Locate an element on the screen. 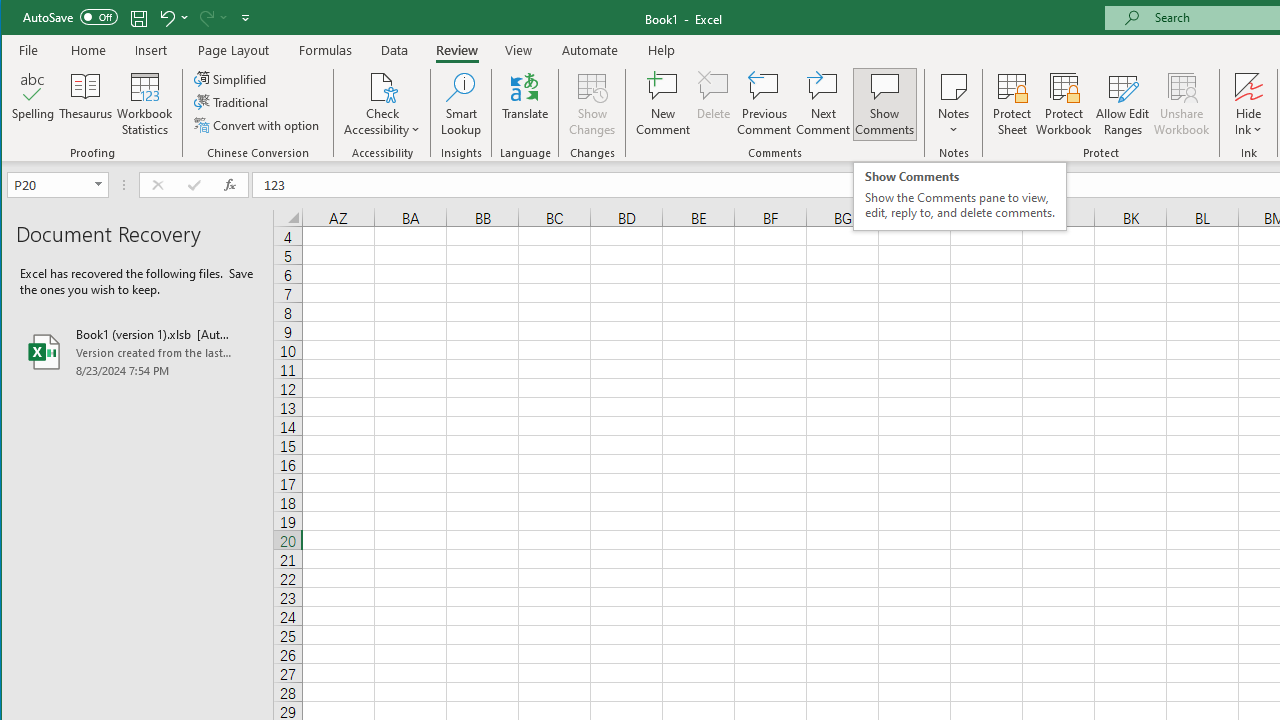 The height and width of the screenshot is (720, 1280). 'Notes' is located at coordinates (953, 104).